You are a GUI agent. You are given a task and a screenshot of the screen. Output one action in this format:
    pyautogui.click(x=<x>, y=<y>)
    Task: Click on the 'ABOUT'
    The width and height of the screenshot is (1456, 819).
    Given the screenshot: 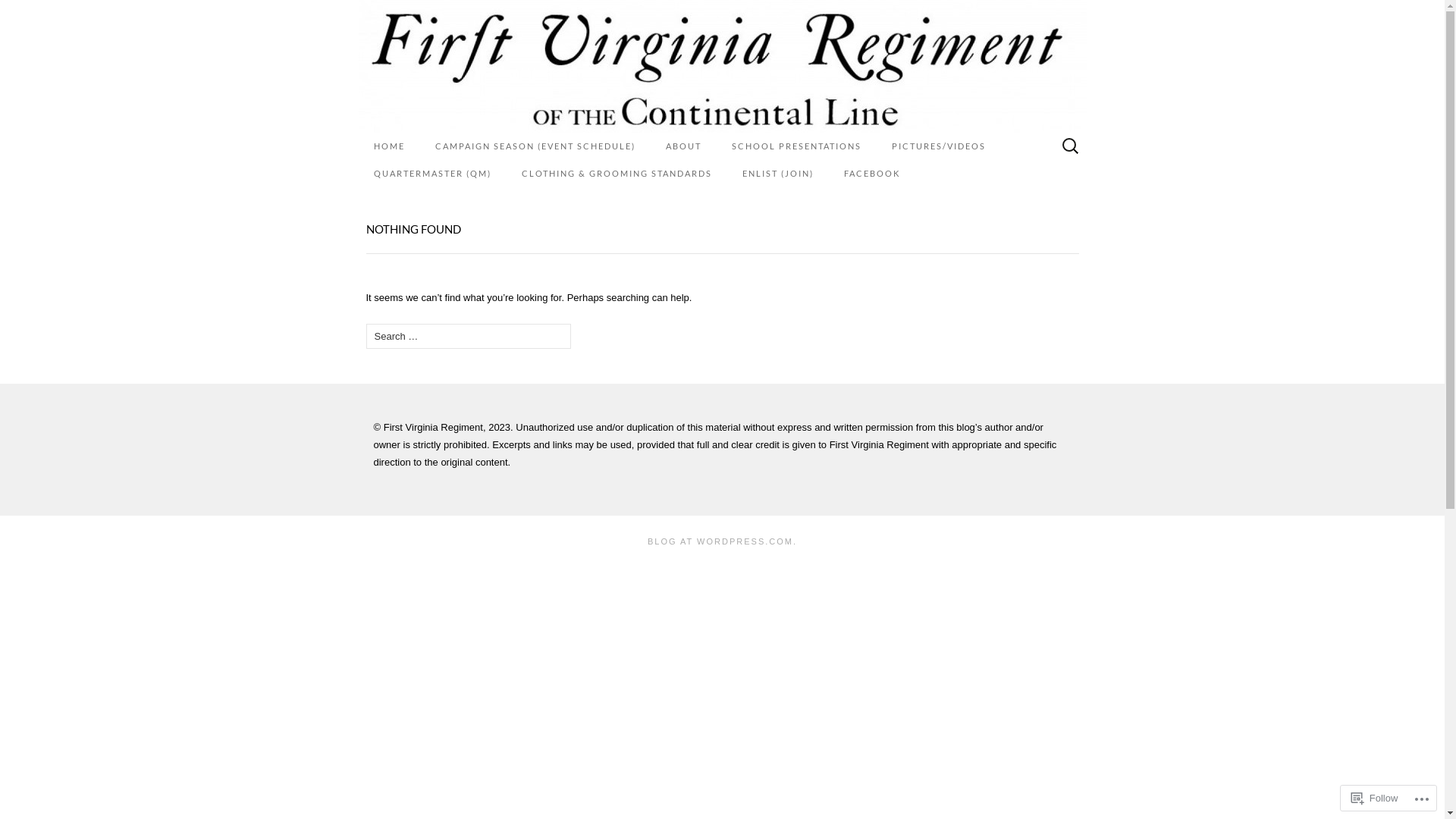 What is the action you would take?
    pyautogui.click(x=682, y=146)
    